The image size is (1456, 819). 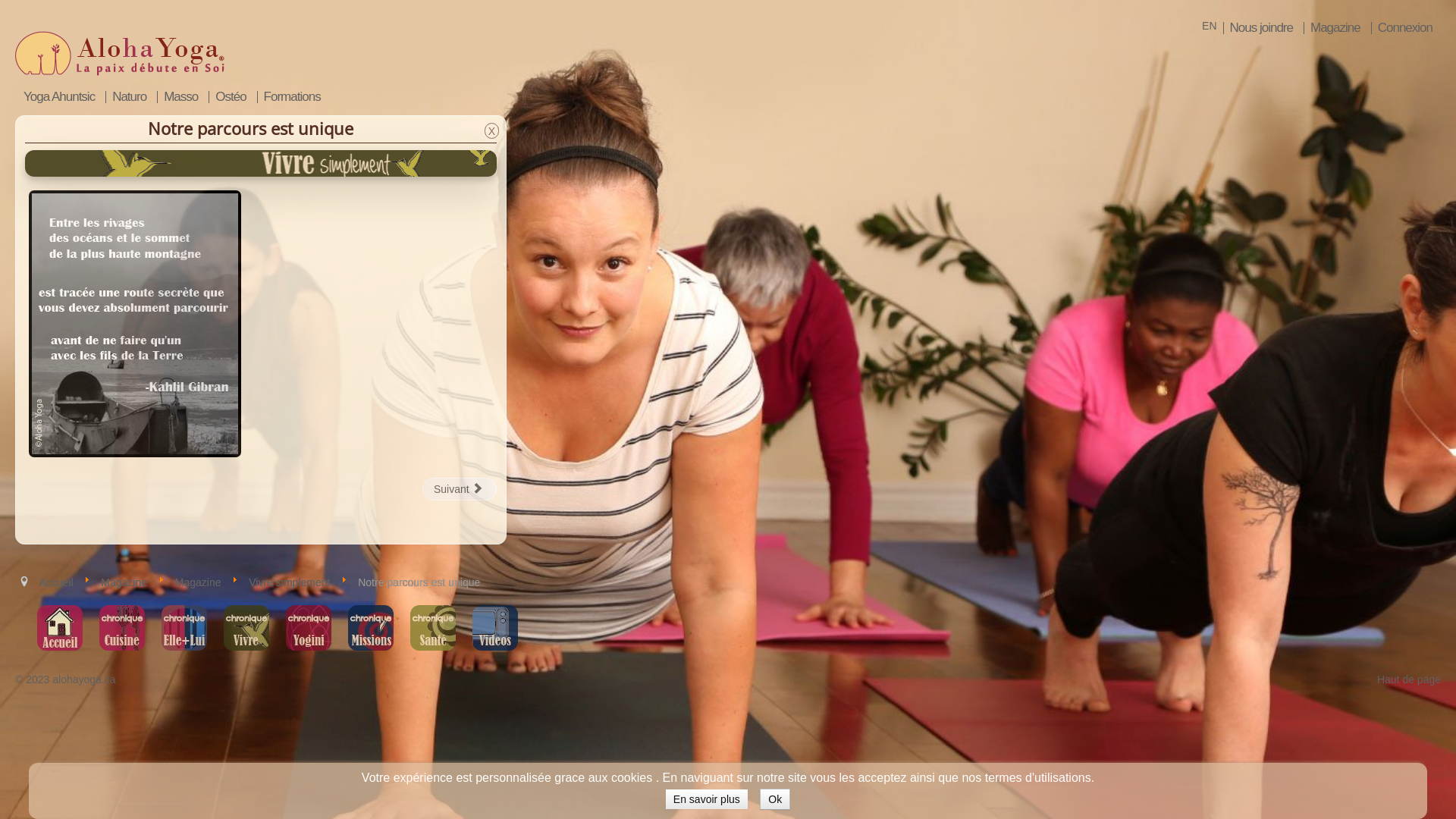 I want to click on 'X', so click(x=491, y=130).